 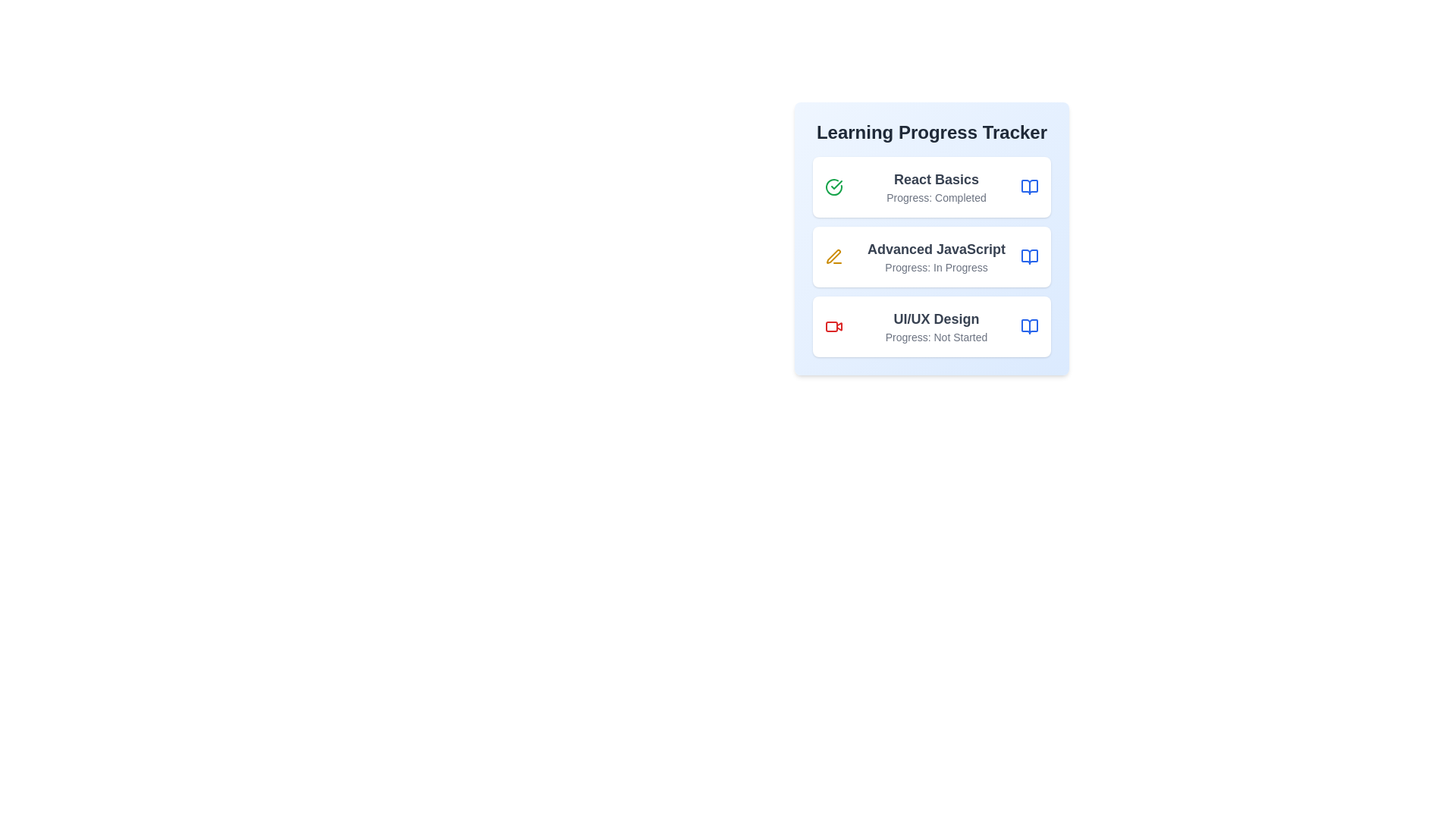 I want to click on the progress icon for UI/UX Design, so click(x=833, y=326).